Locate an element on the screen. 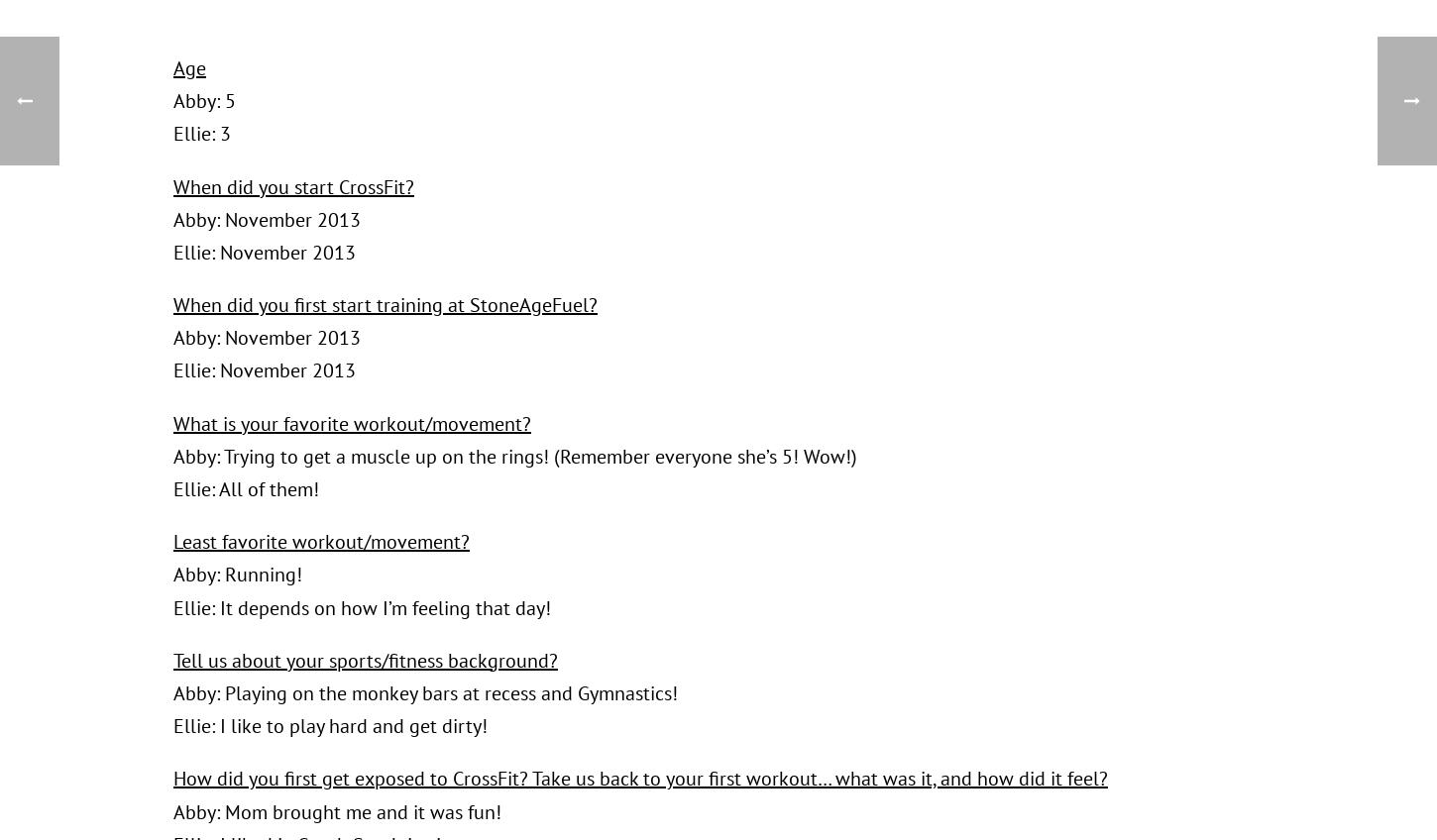 The height and width of the screenshot is (840, 1437). 'When did you first start training at StoneAgeFuel?' is located at coordinates (385, 304).